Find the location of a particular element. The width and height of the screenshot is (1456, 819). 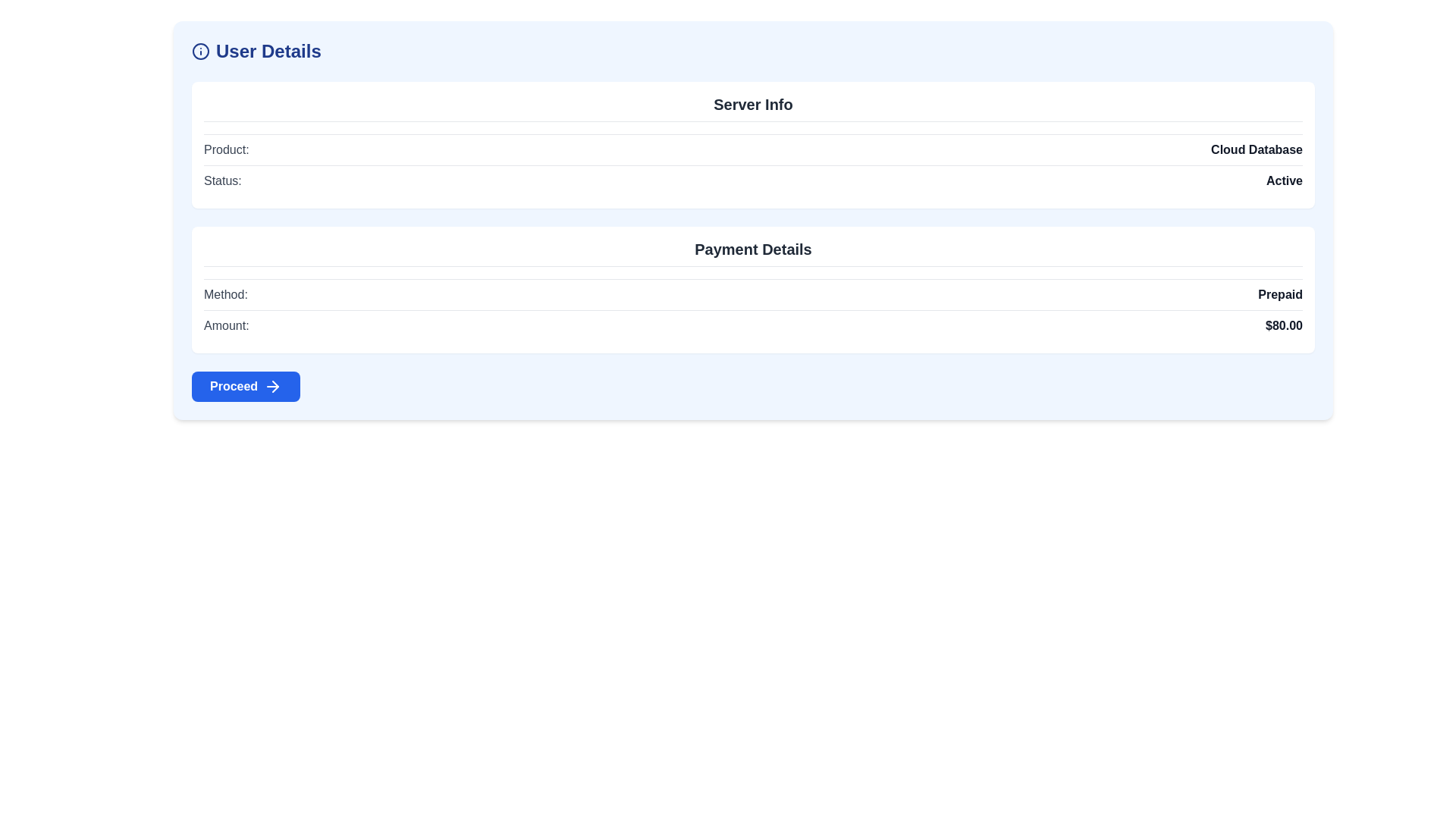

the informational icon located immediately to the left of the 'User Details' heading is located at coordinates (199, 51).